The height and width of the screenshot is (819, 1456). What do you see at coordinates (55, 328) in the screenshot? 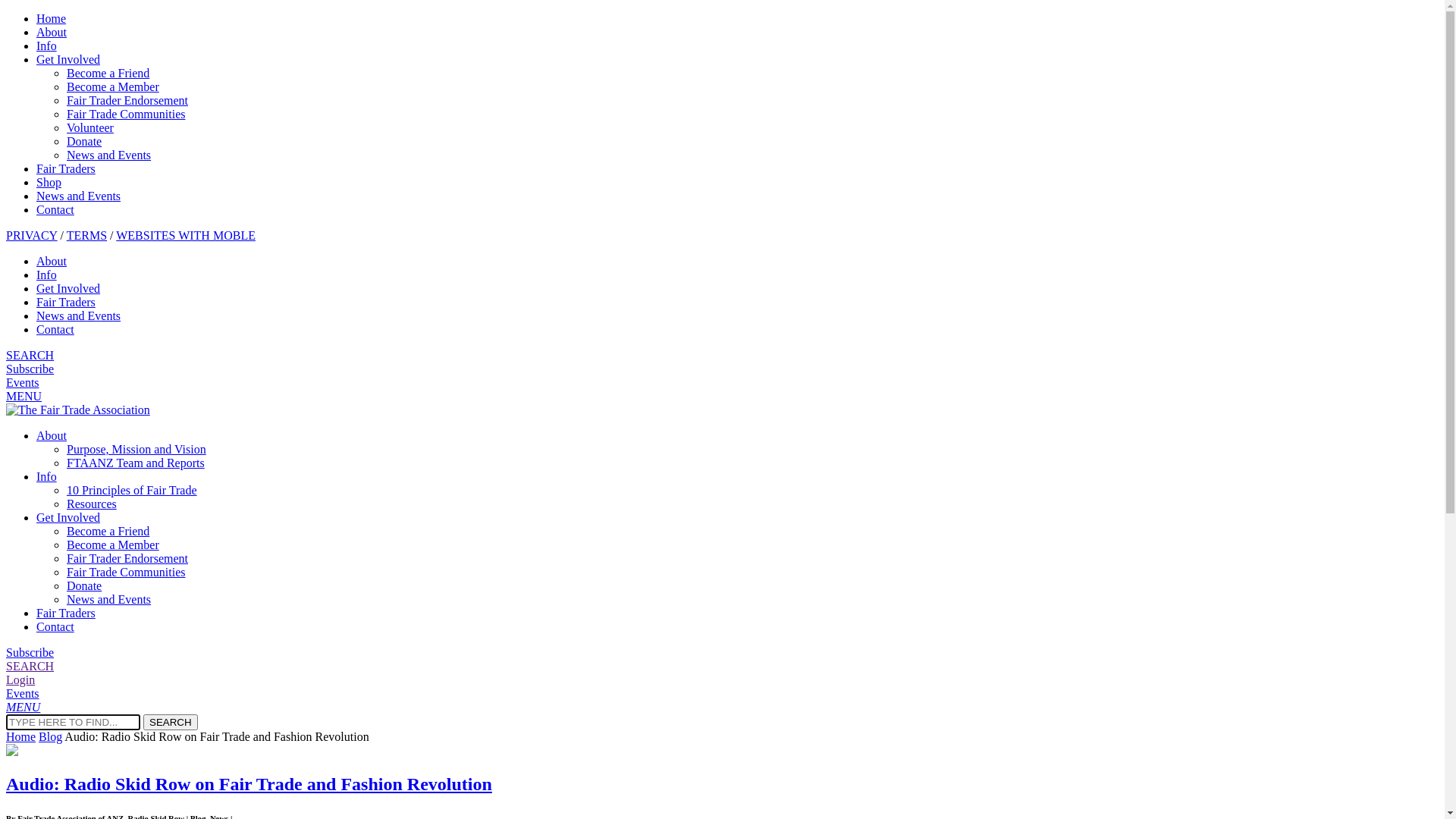
I see `'Contact'` at bounding box center [55, 328].